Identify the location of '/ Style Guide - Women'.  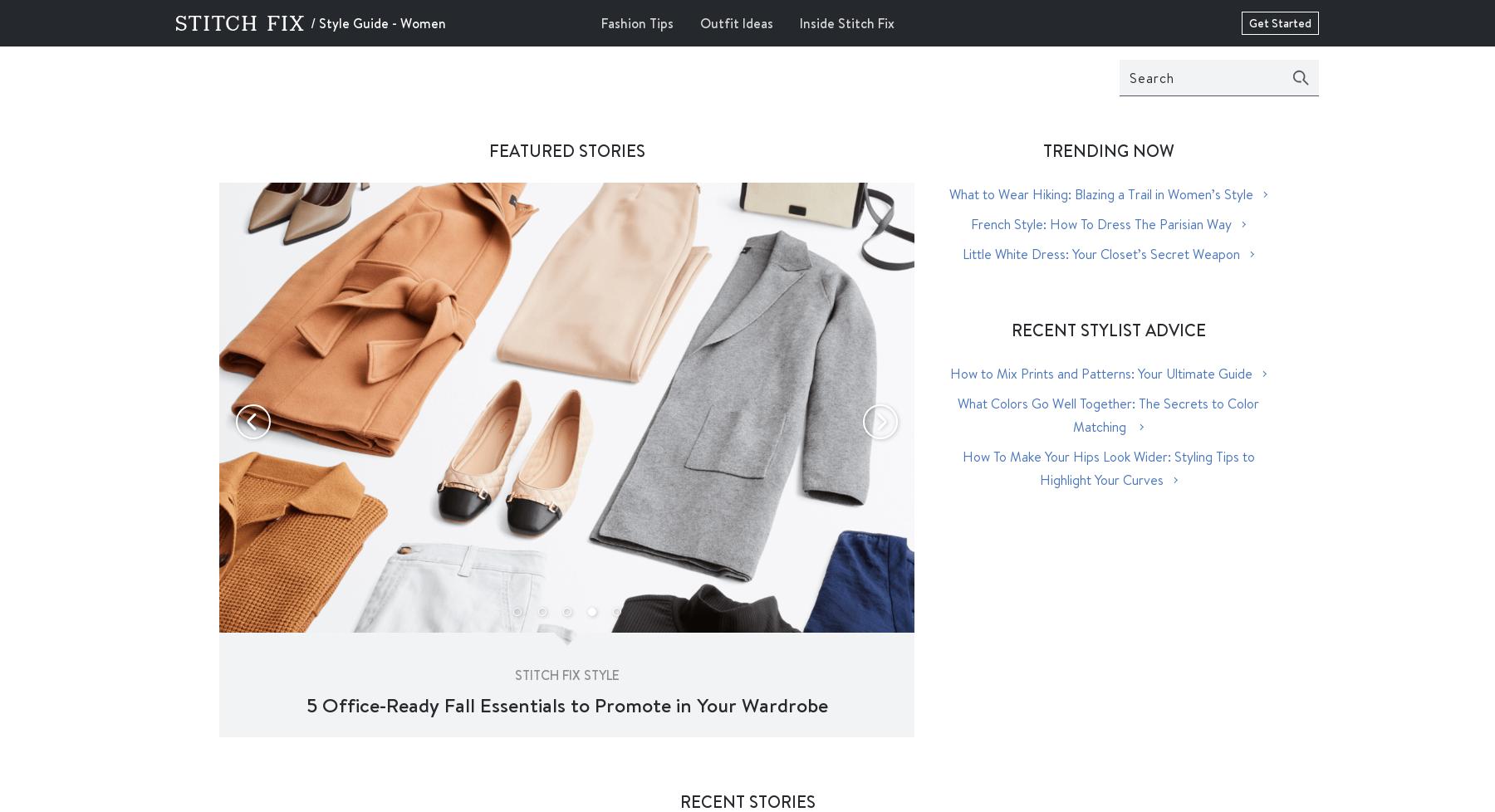
(311, 22).